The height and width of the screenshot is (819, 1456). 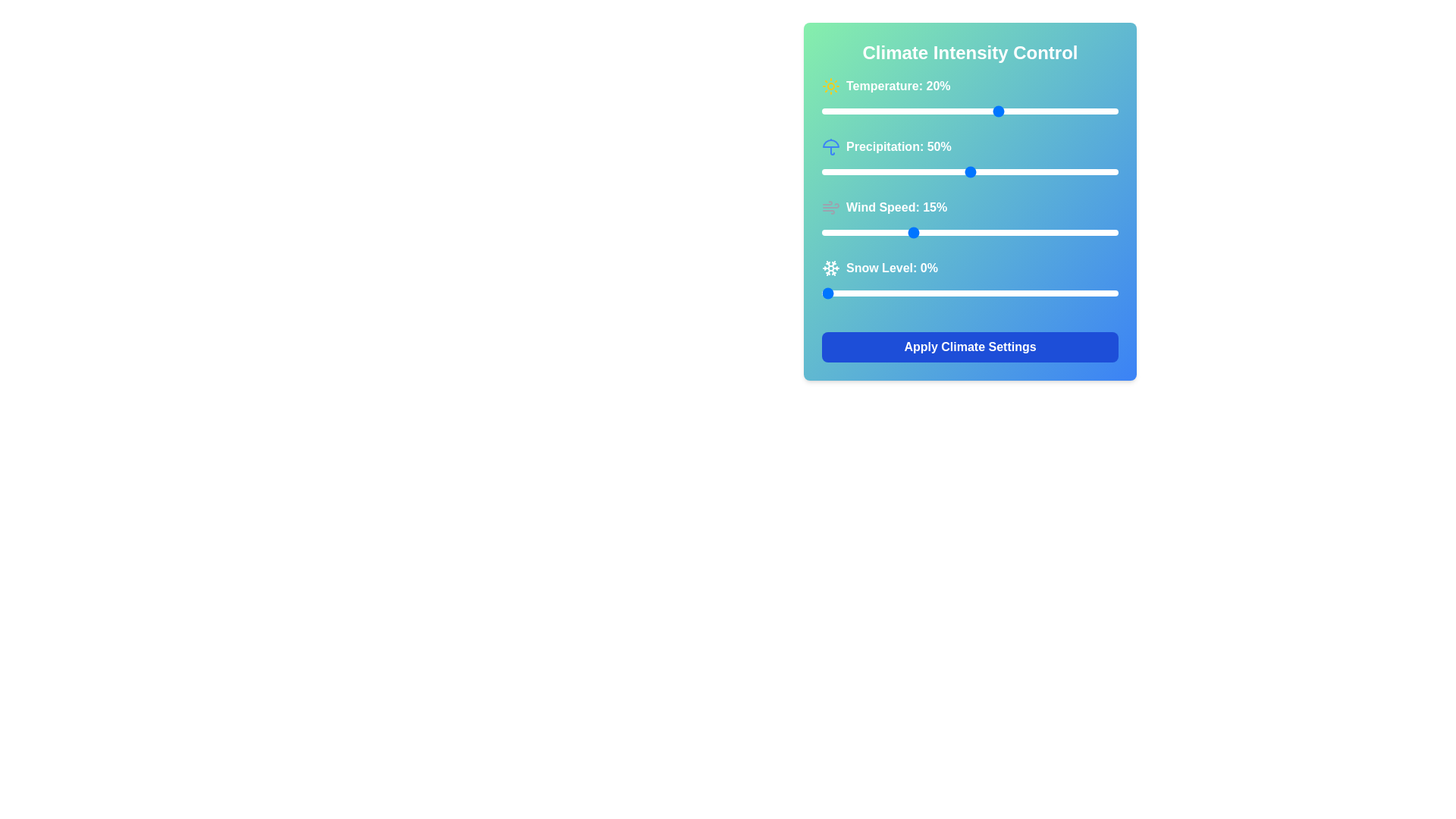 I want to click on the Temperature, so click(x=940, y=110).